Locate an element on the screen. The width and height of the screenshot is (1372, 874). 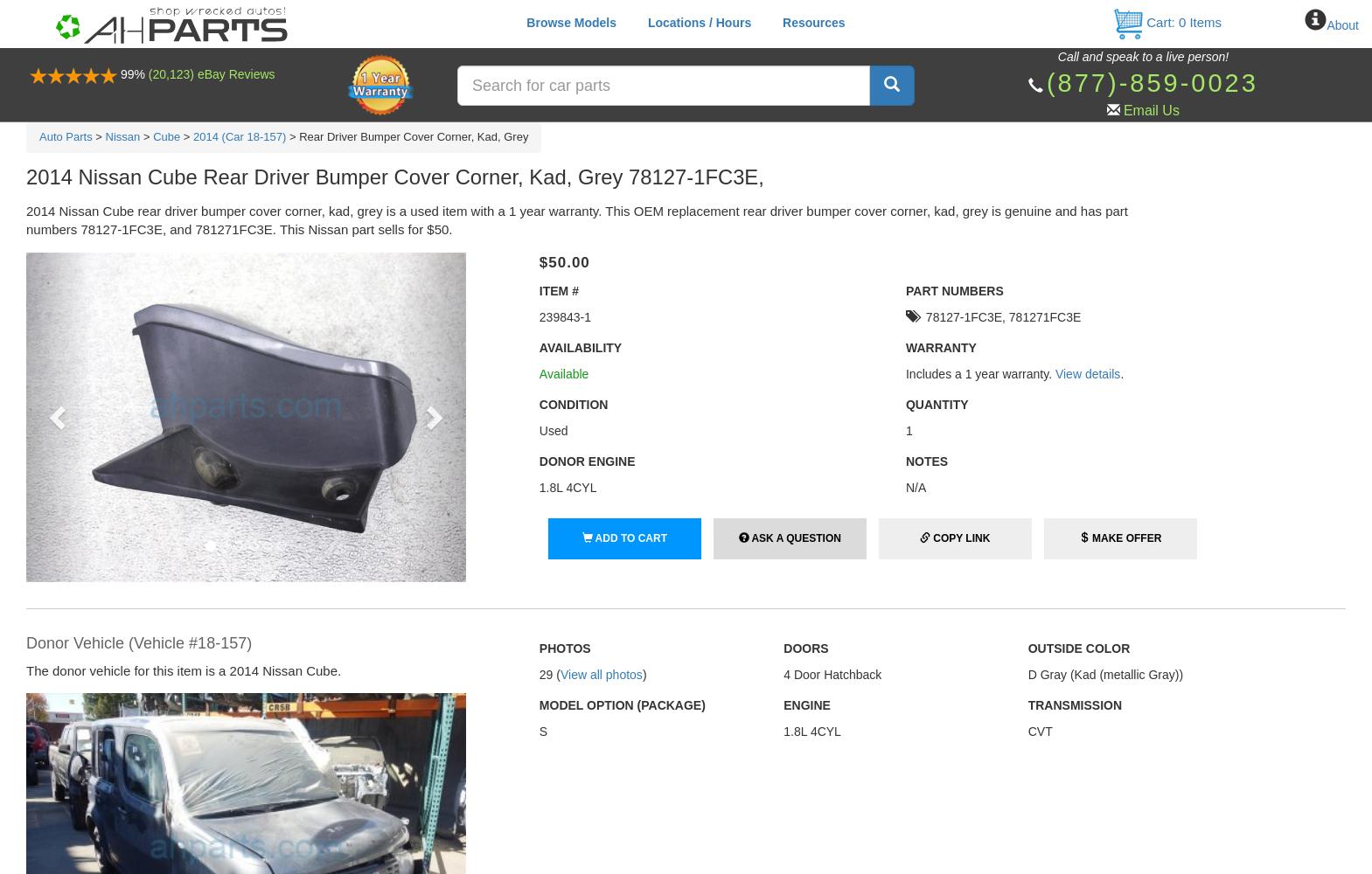
'Email Us' is located at coordinates (1123, 110).